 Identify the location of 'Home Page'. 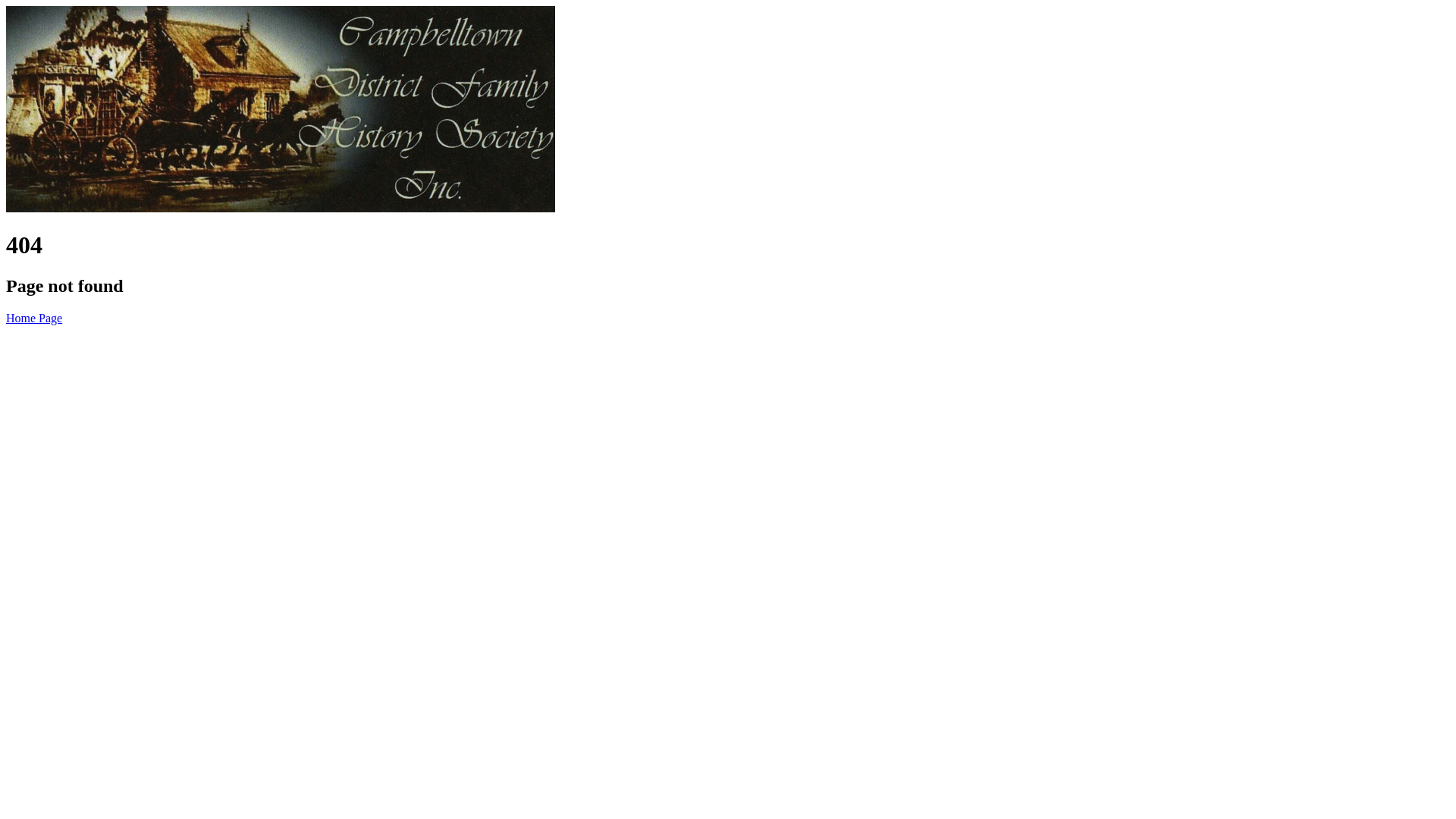
(33, 317).